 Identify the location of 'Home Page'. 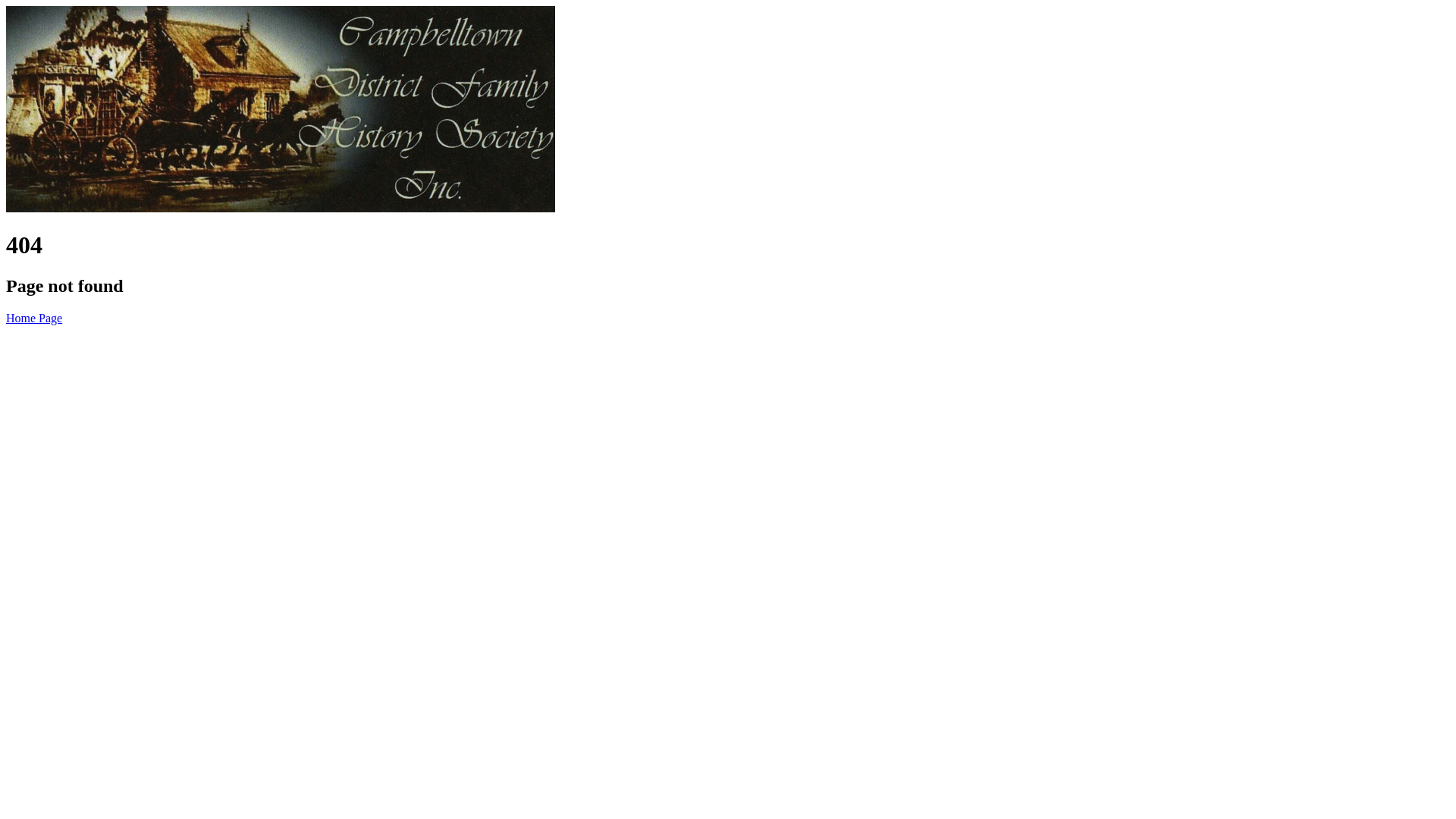
(33, 317).